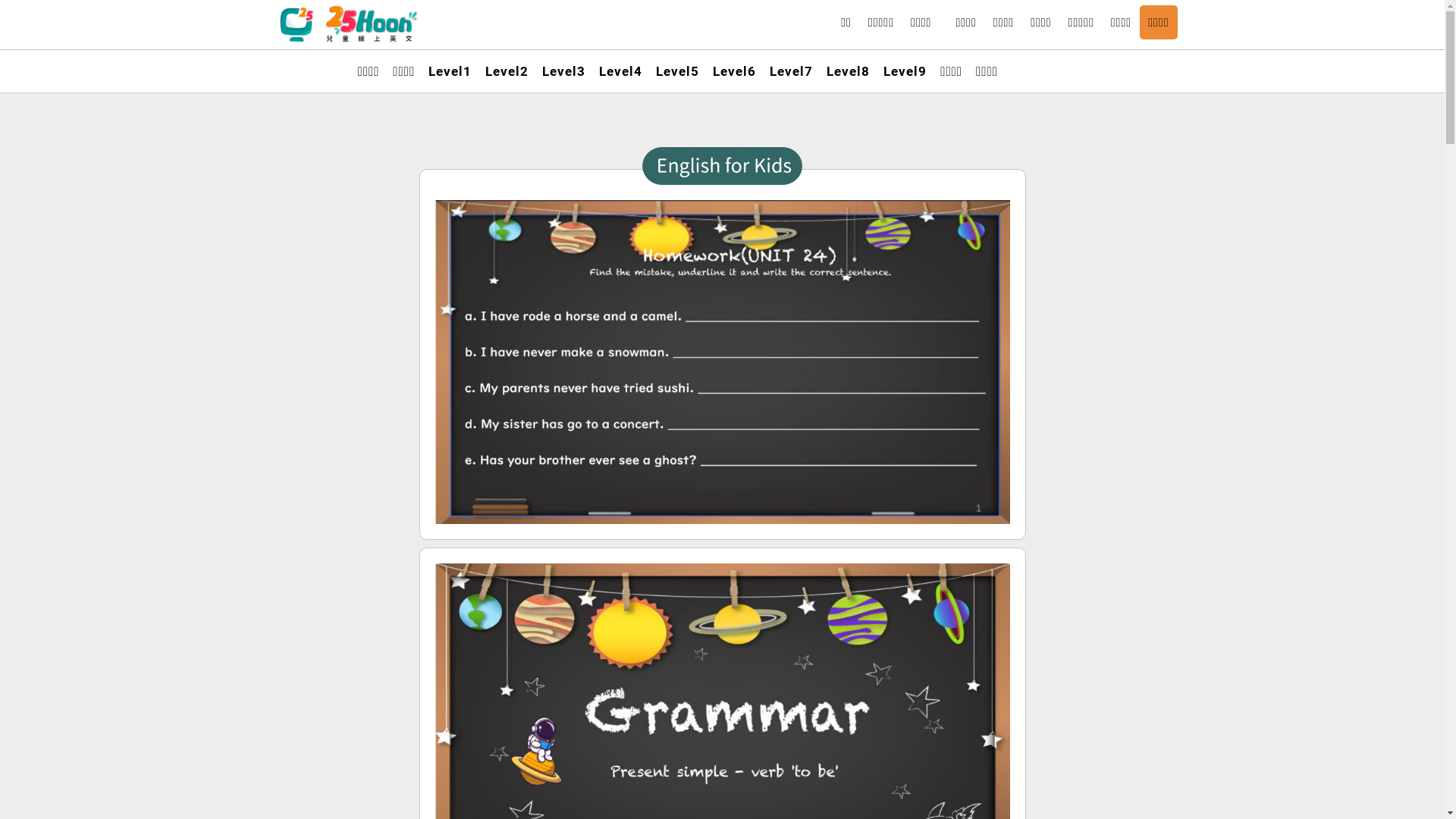  What do you see at coordinates (905, 71) in the screenshot?
I see `'Level9'` at bounding box center [905, 71].